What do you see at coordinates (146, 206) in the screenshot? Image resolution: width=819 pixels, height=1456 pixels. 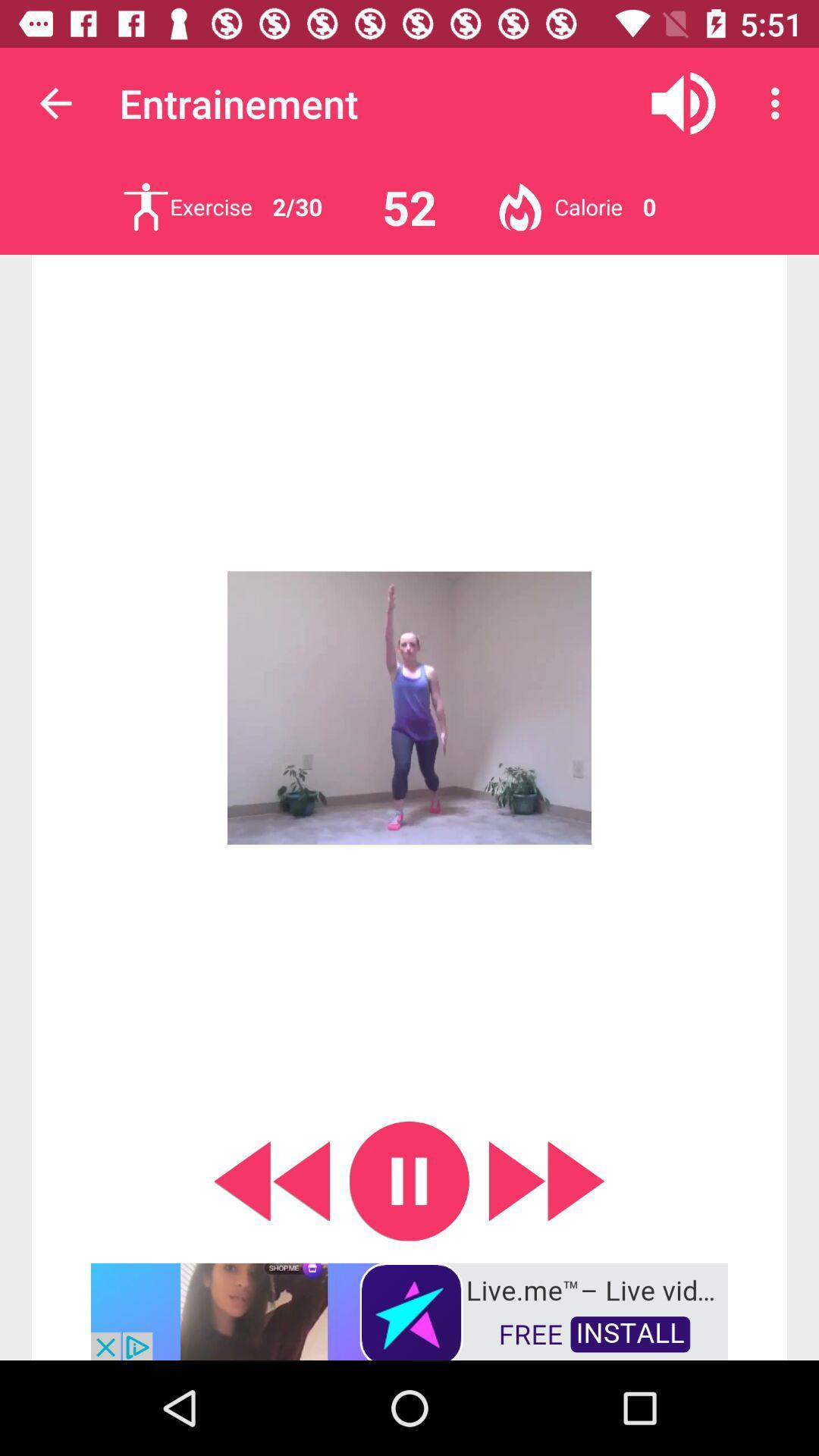 I see `exercise viewers` at bounding box center [146, 206].